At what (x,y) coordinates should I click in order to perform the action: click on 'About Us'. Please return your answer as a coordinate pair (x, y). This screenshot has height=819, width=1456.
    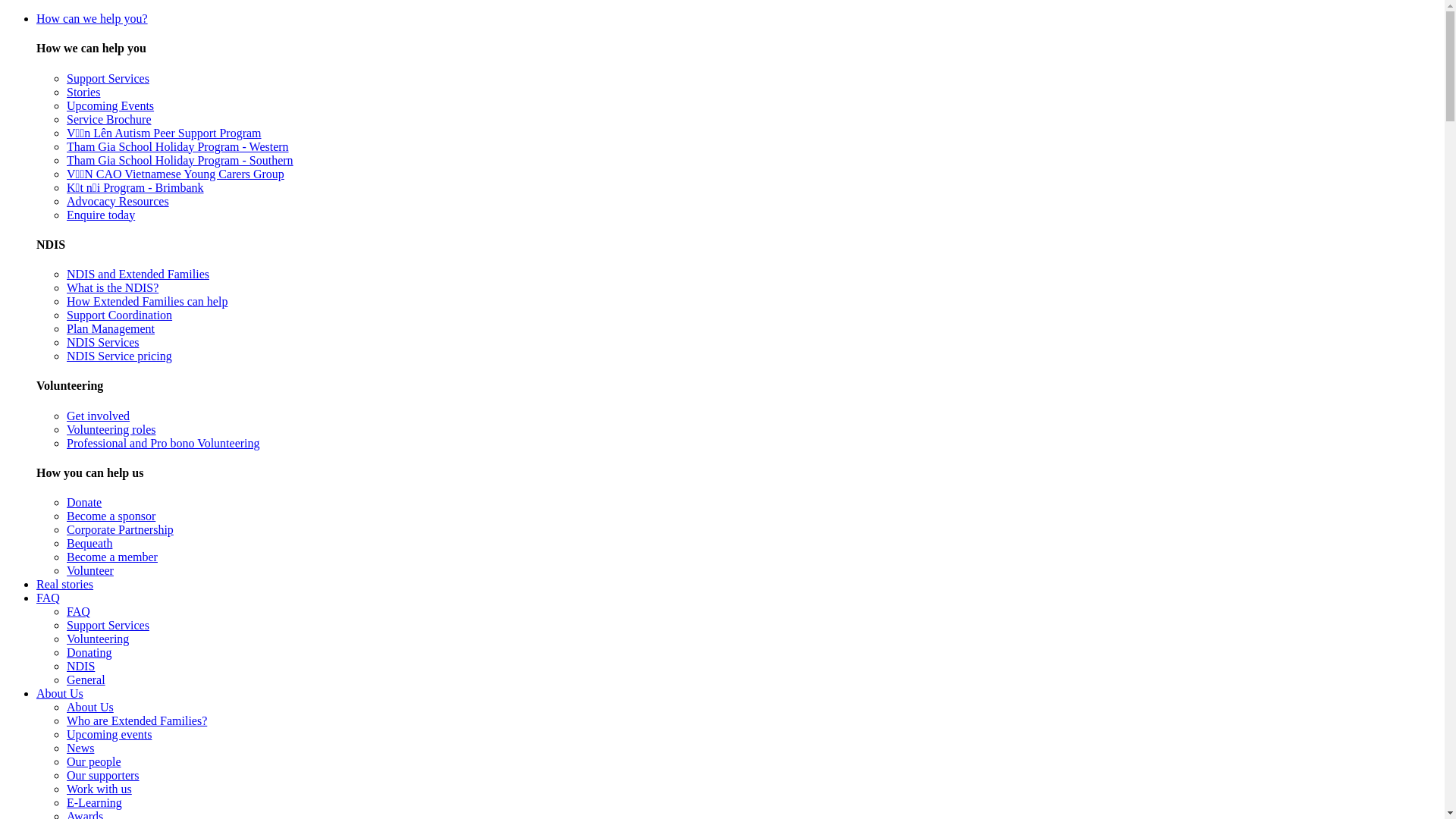
    Looking at the image, I should click on (89, 707).